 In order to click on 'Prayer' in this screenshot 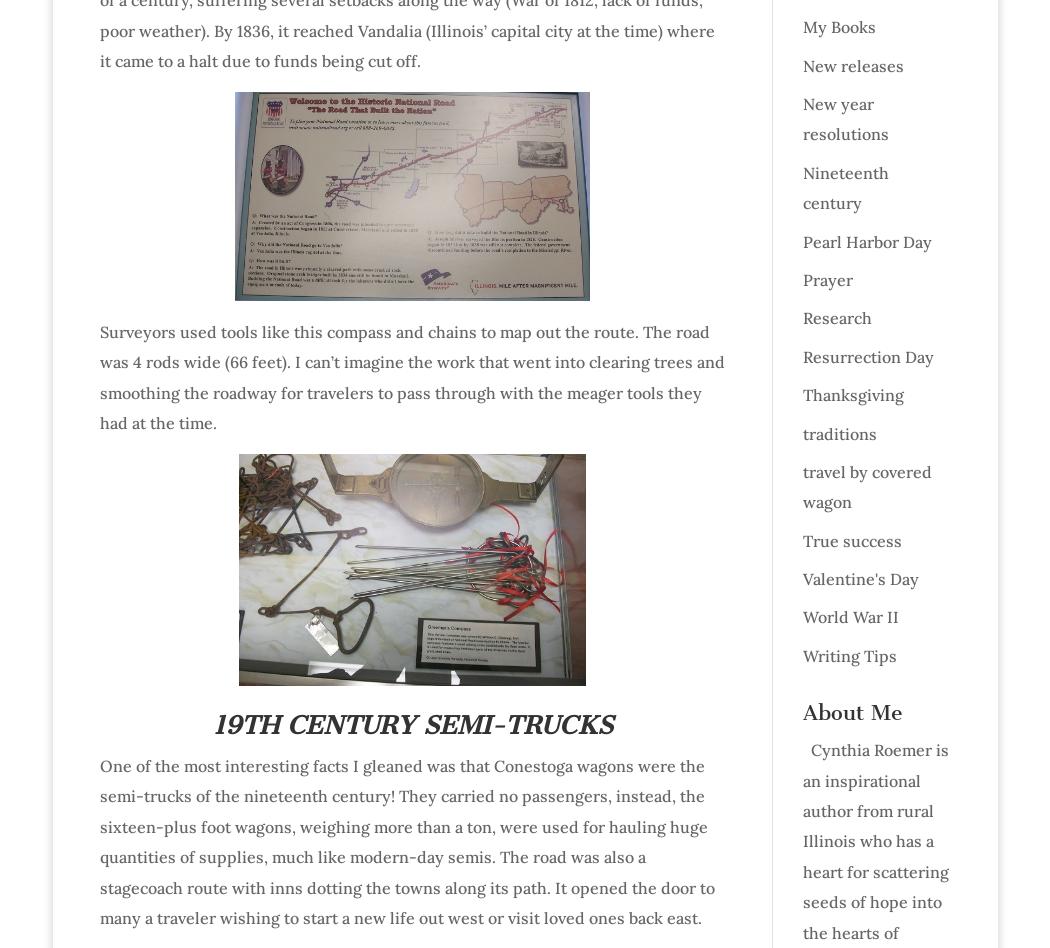, I will do `click(826, 278)`.